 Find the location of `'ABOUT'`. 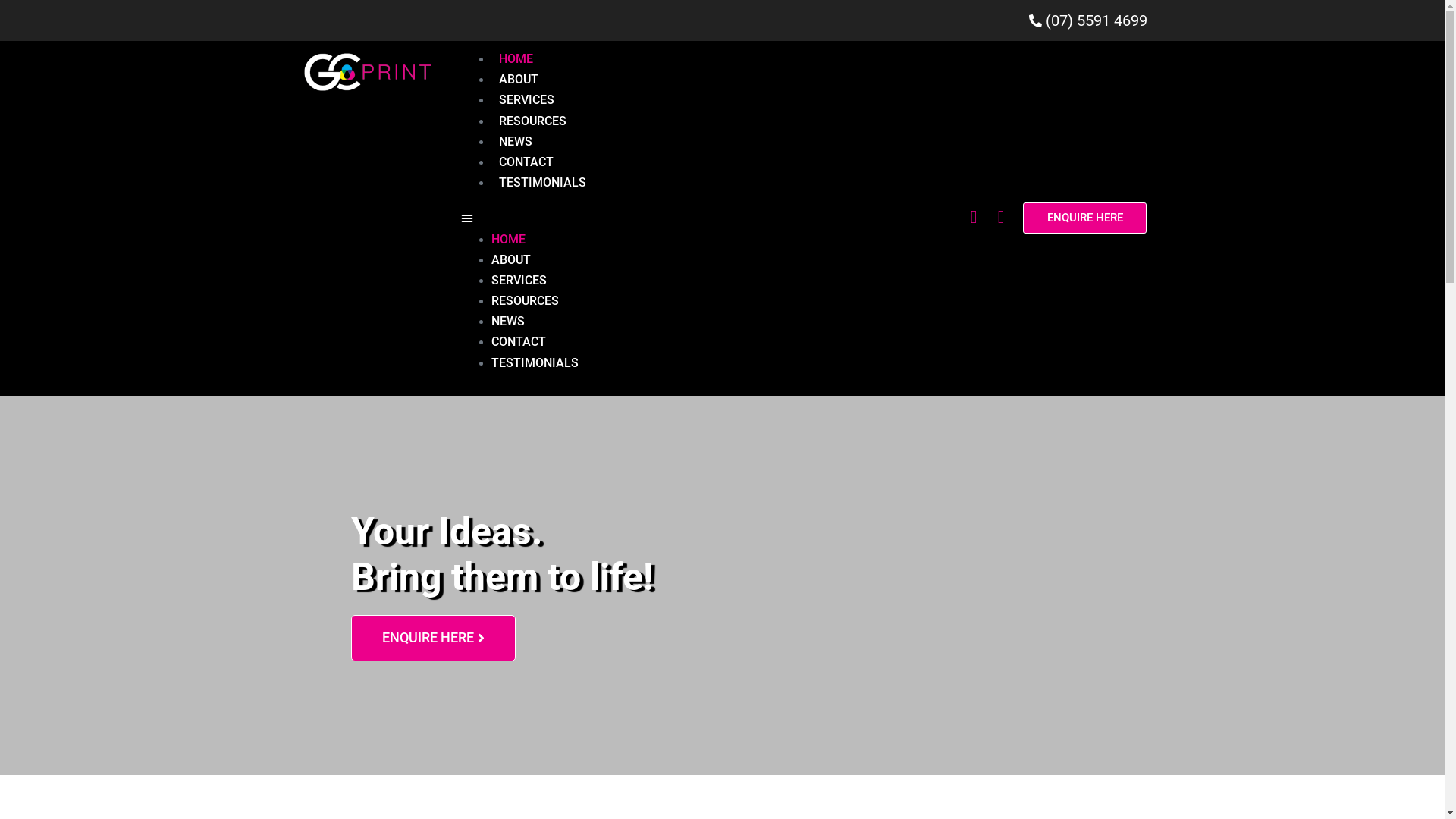

'ABOUT' is located at coordinates (519, 79).